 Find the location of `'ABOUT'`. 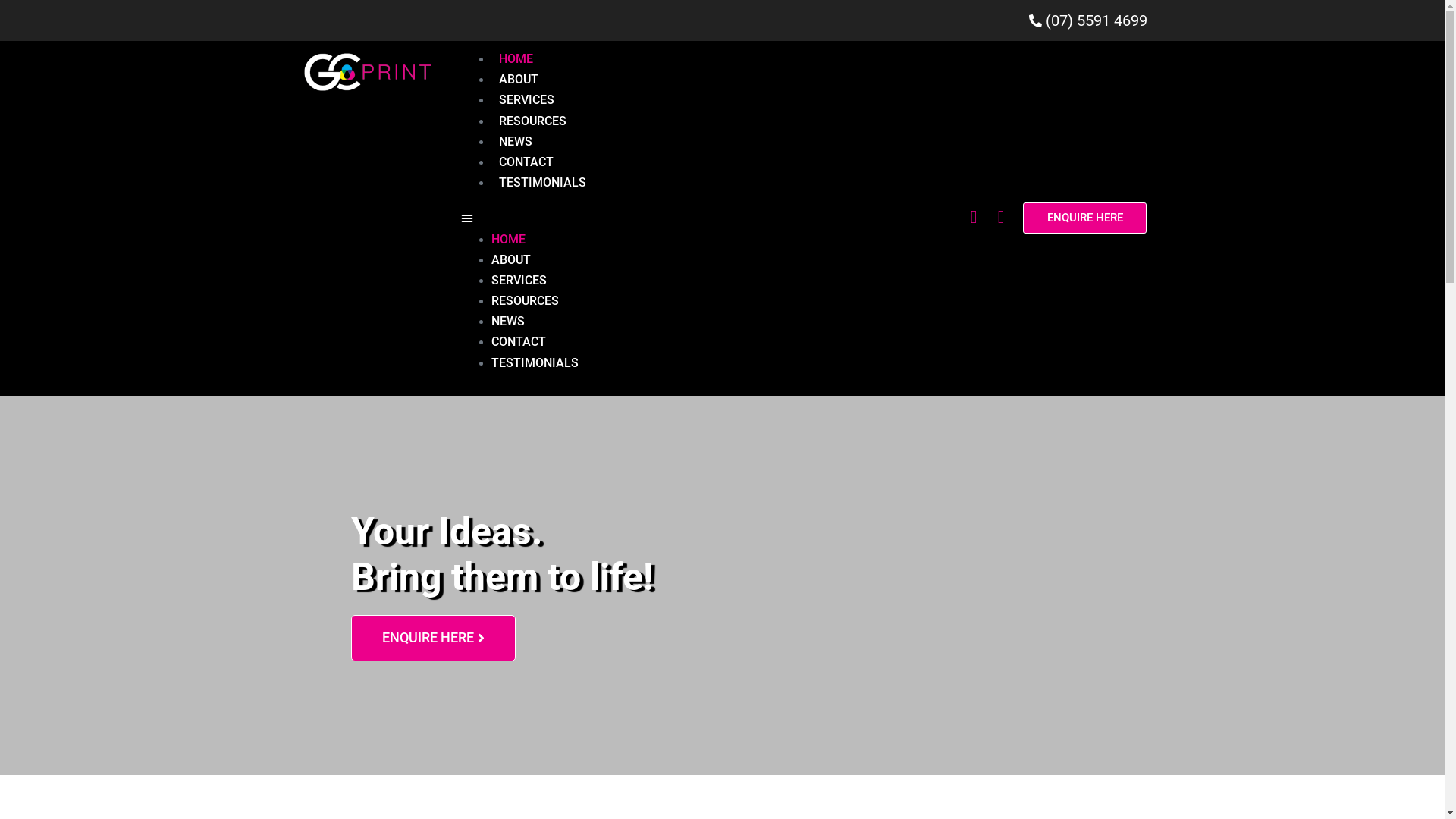

'ABOUT' is located at coordinates (519, 79).